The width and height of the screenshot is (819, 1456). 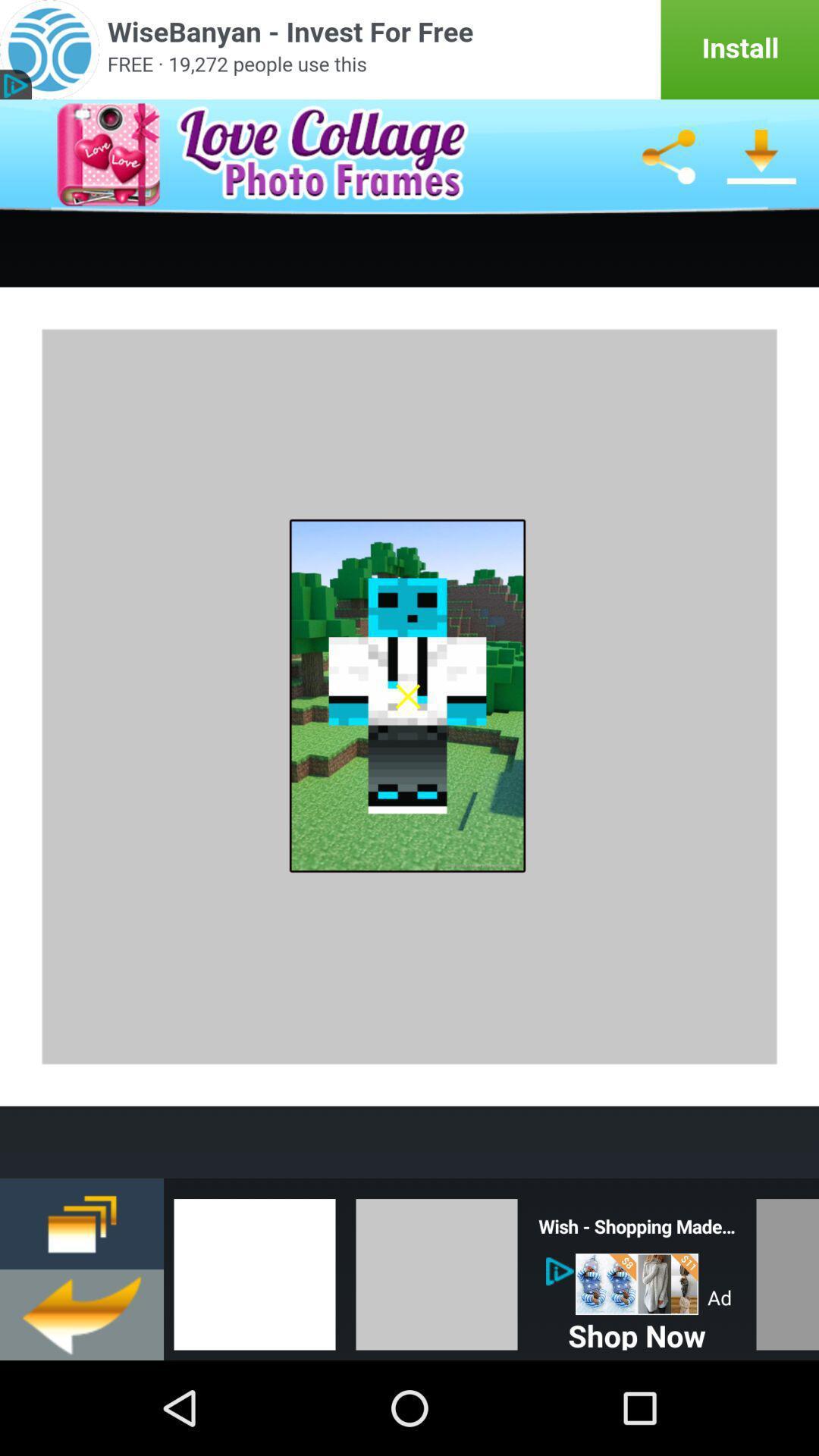 What do you see at coordinates (637, 1283) in the screenshot?
I see `press the advert` at bounding box center [637, 1283].